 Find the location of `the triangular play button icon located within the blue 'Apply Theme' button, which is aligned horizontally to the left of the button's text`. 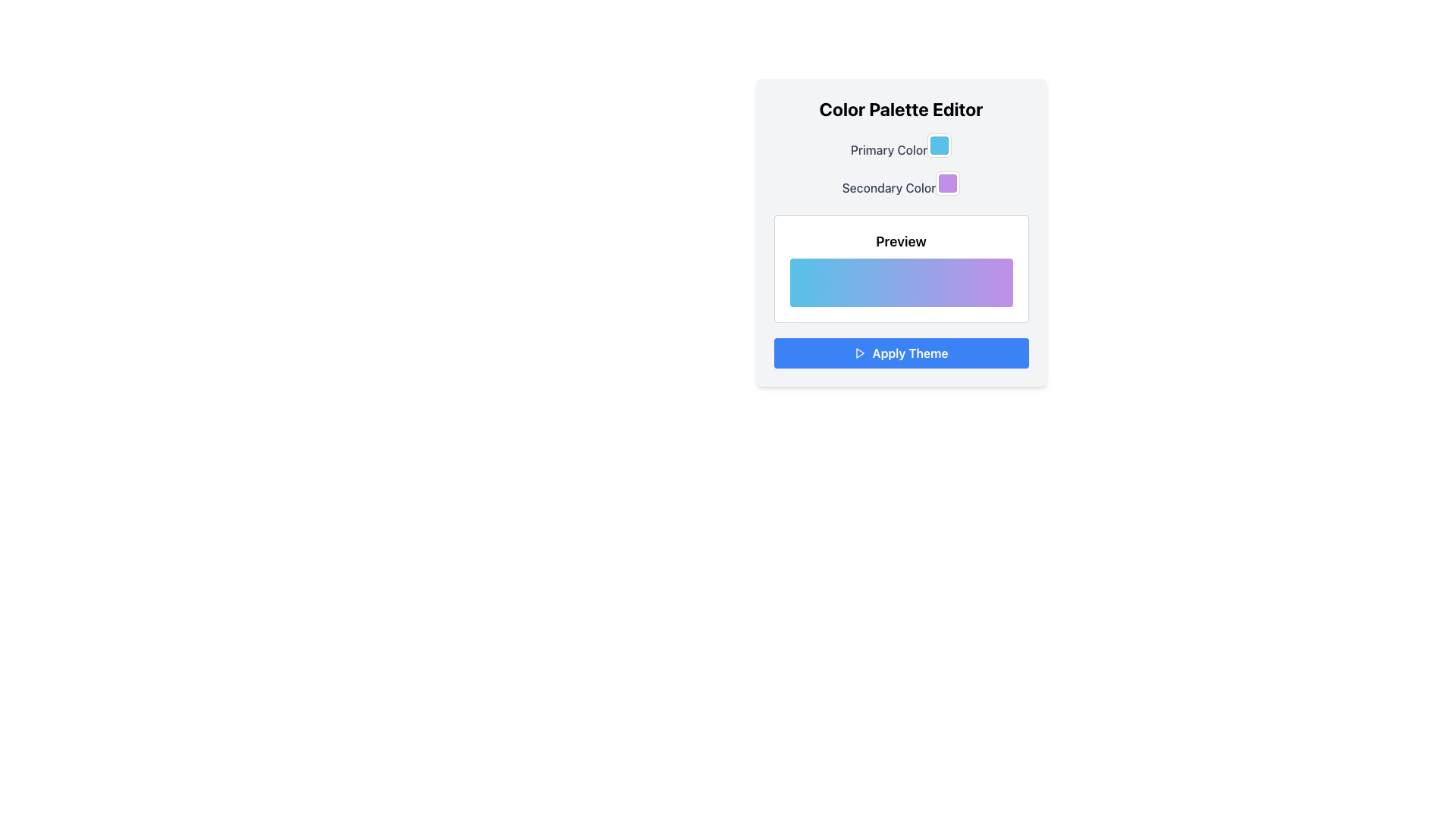

the triangular play button icon located within the blue 'Apply Theme' button, which is aligned horizontally to the left of the button's text is located at coordinates (860, 353).